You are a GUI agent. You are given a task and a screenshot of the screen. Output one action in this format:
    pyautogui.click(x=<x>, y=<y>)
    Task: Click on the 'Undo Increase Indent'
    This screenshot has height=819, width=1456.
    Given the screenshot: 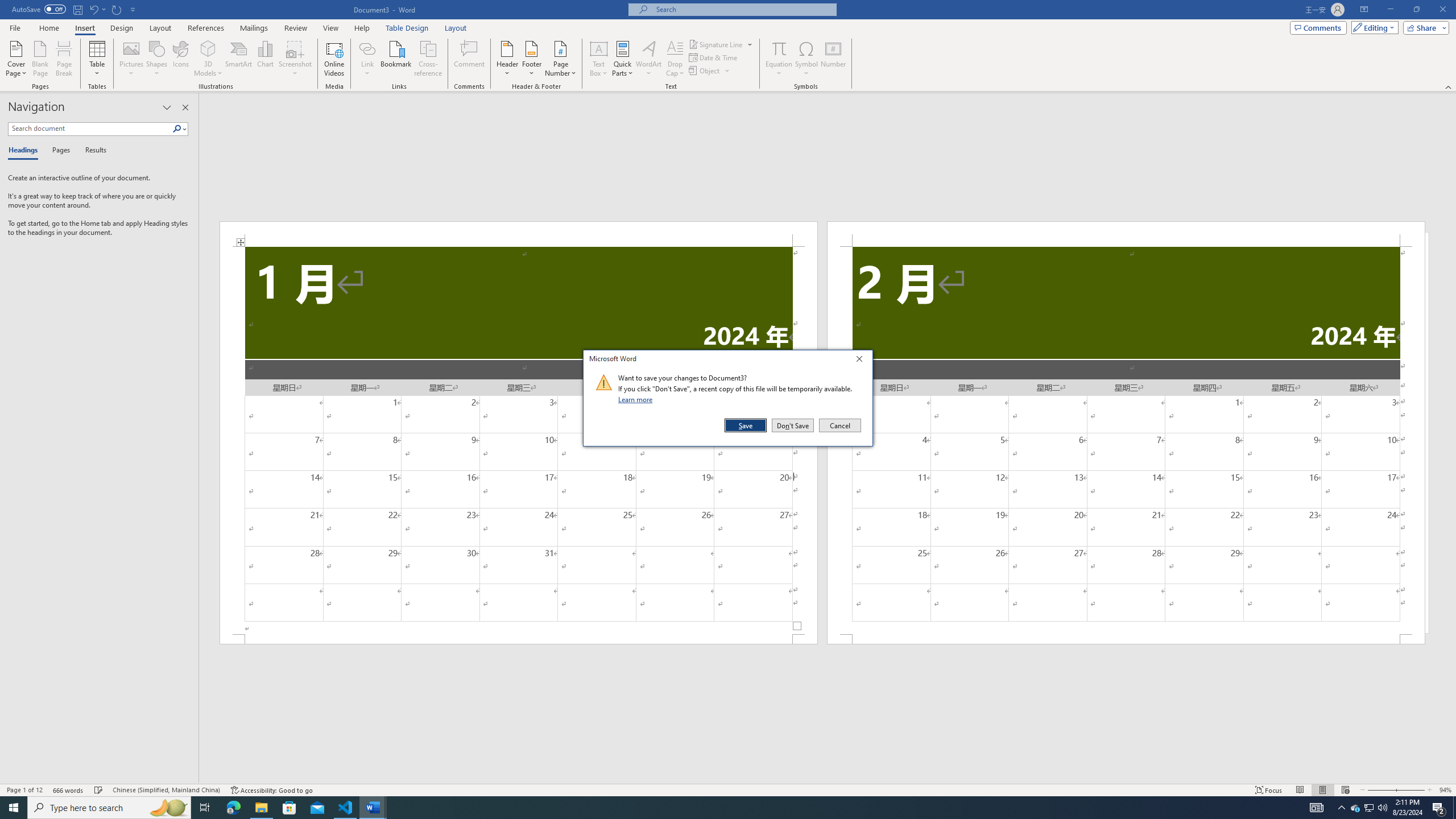 What is the action you would take?
    pyautogui.click(x=93, y=9)
    